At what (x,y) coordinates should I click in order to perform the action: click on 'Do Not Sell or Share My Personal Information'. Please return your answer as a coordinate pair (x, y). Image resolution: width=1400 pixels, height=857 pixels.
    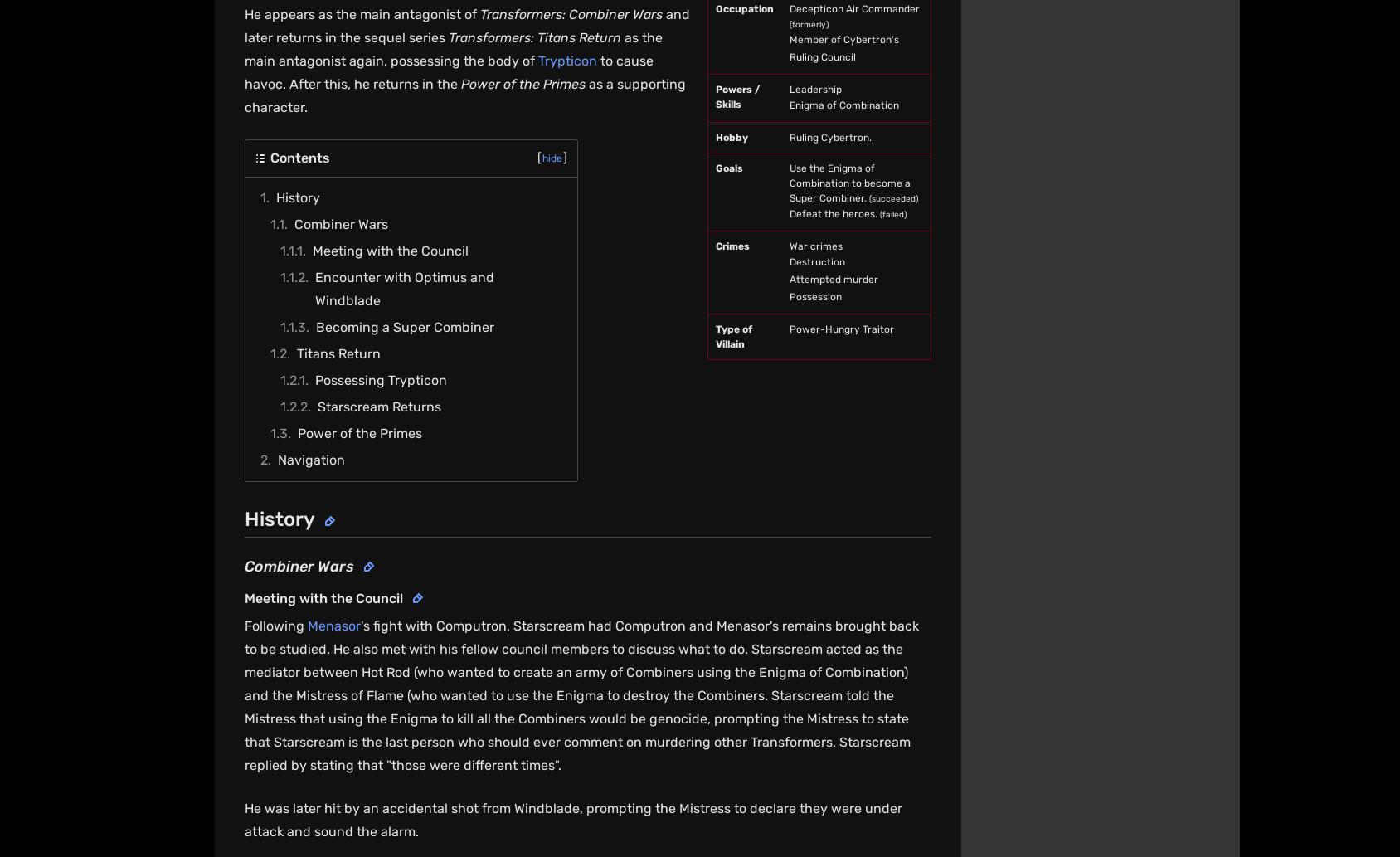
    Looking at the image, I should click on (822, 565).